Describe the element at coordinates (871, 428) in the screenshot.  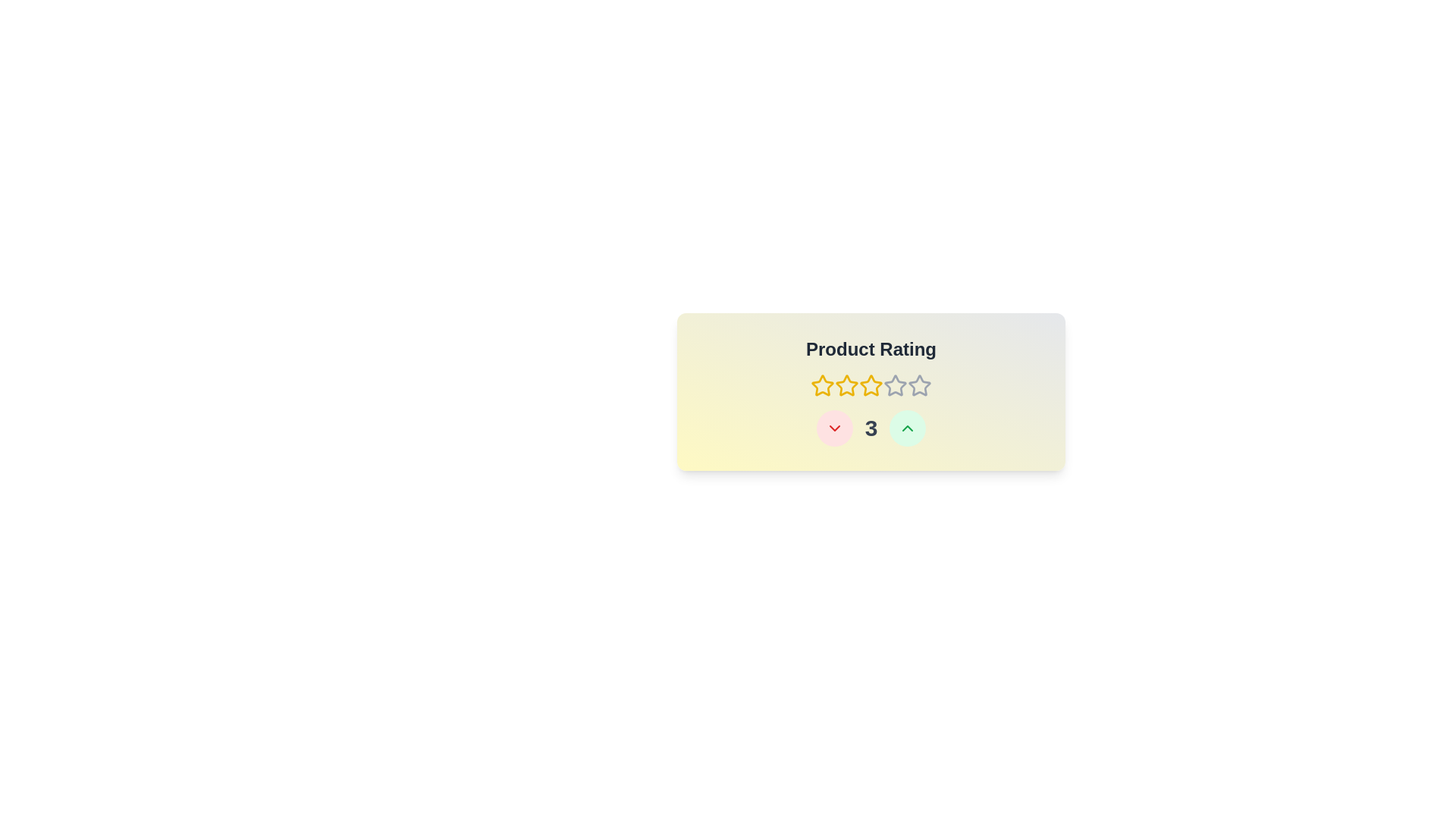
I see `the Text Display element that shows the current rating value, positioned between the red downward-facing arrow button and the green upward-facing arrow button in the rating interface` at that location.